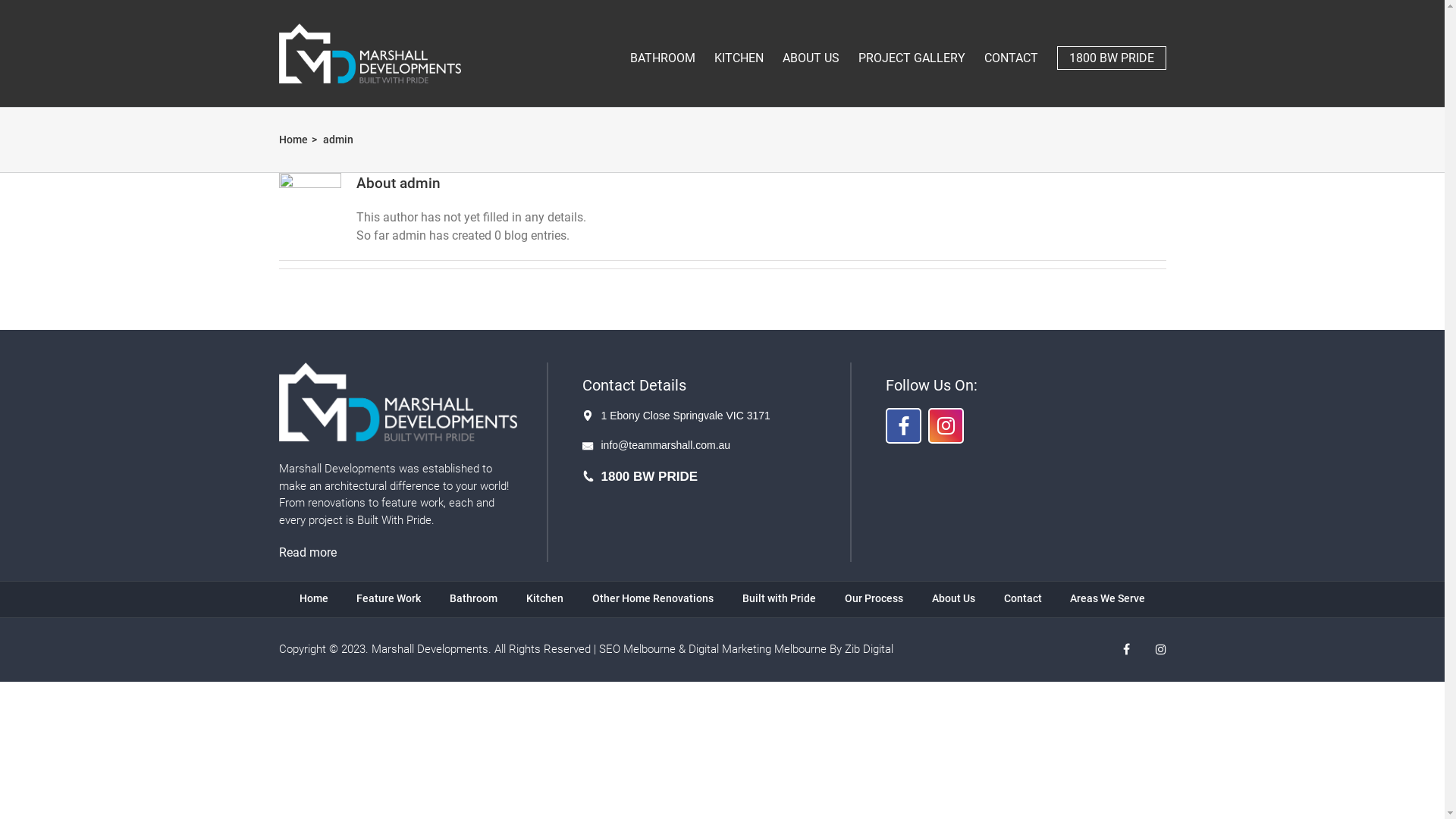  I want to click on 'BATHROOM', so click(629, 49).